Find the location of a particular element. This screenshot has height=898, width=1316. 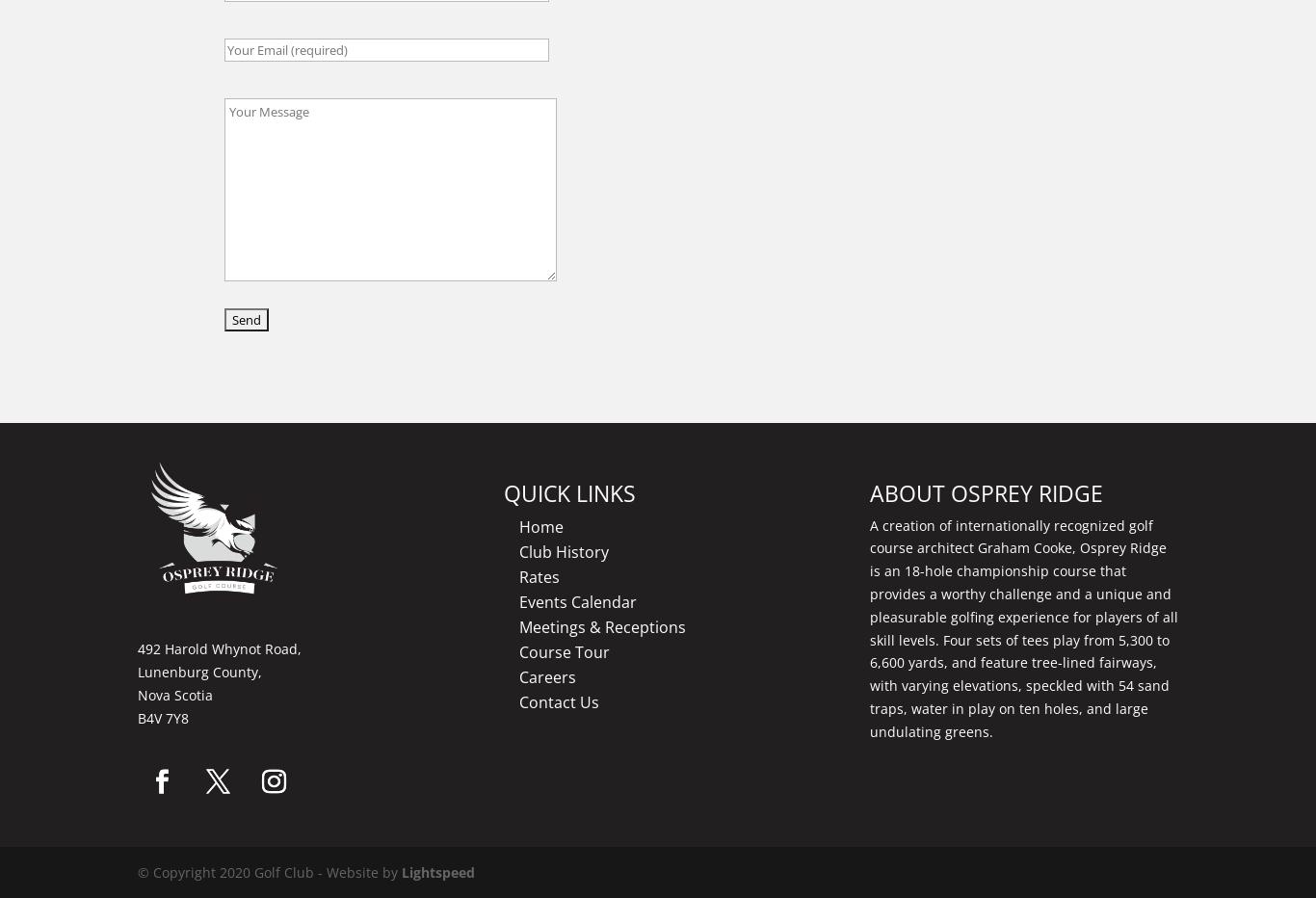

'Meetings & Receptions' is located at coordinates (518, 625).